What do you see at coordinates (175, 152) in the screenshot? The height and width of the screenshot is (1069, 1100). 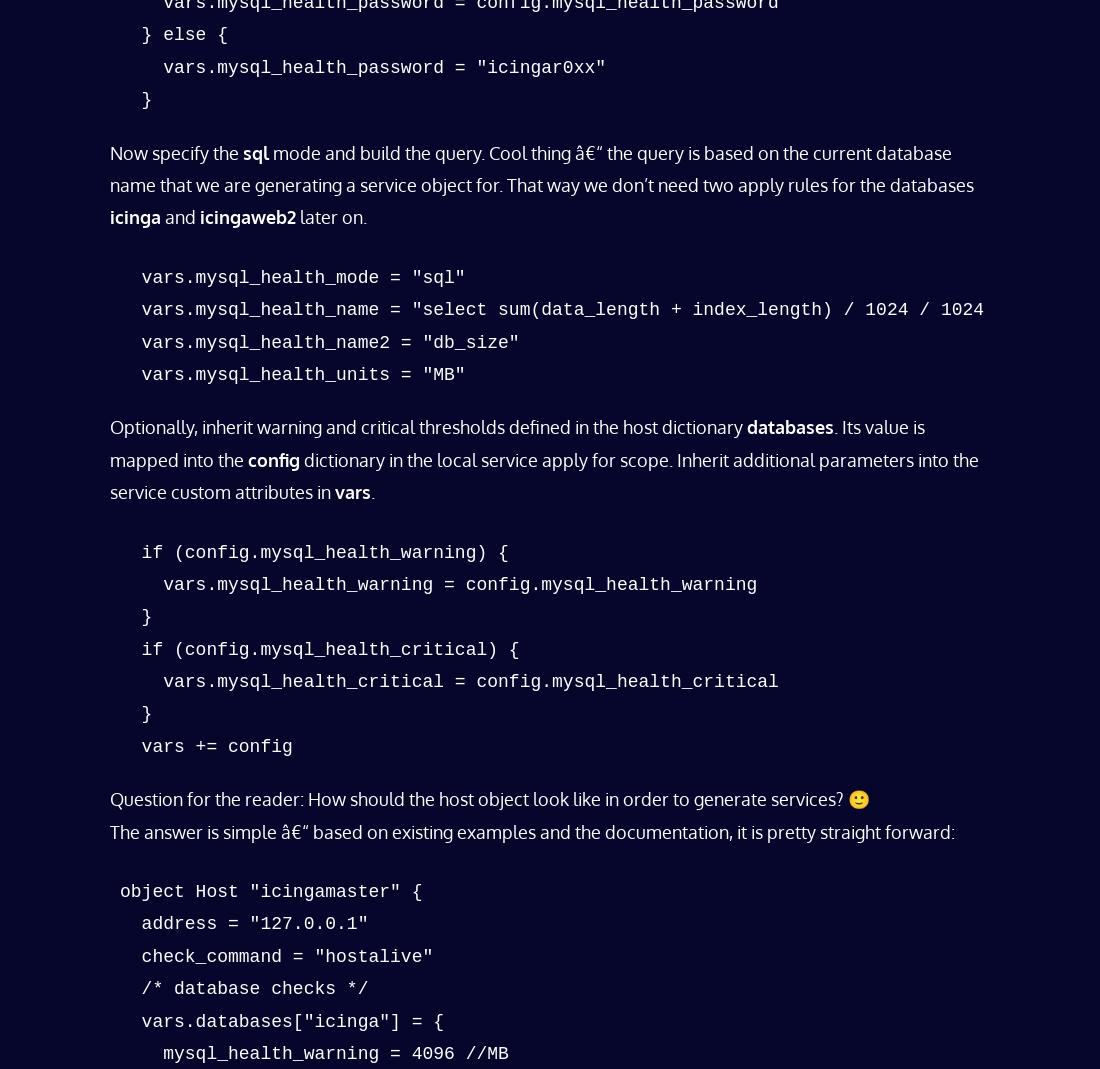 I see `'Now specify the'` at bounding box center [175, 152].